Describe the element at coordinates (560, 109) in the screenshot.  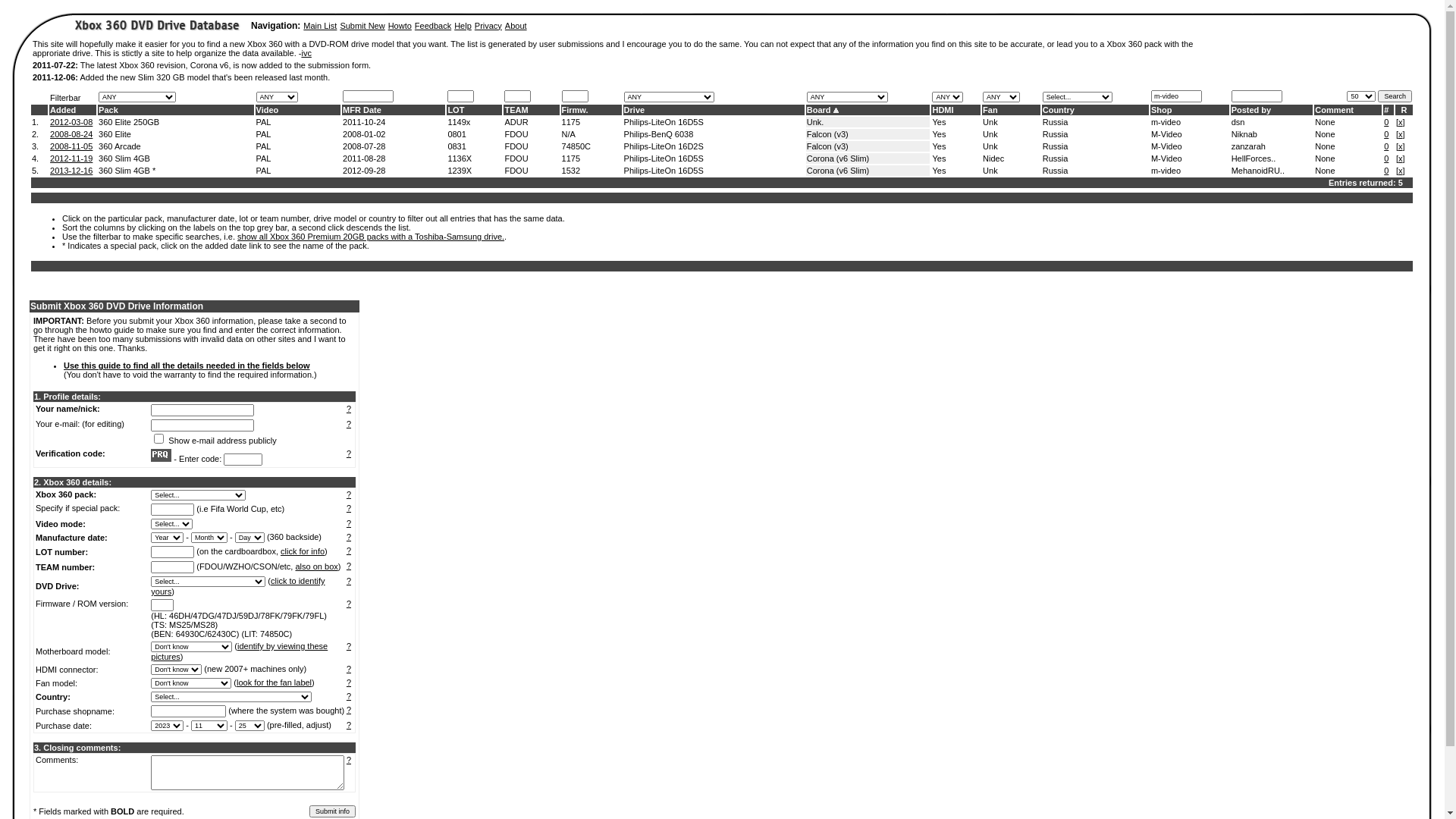
I see `'Firmw.'` at that location.